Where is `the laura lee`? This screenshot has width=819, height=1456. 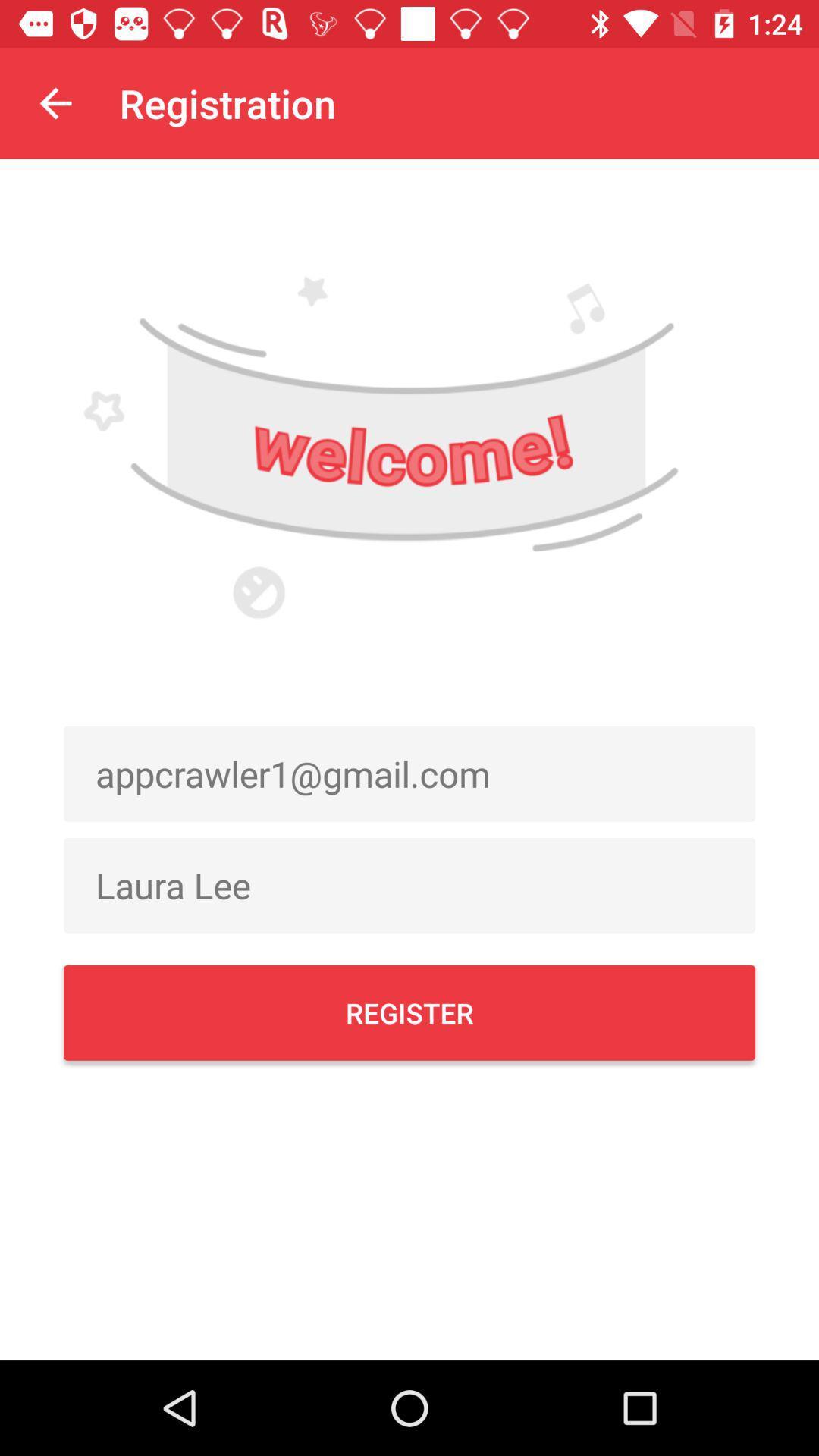 the laura lee is located at coordinates (409, 885).